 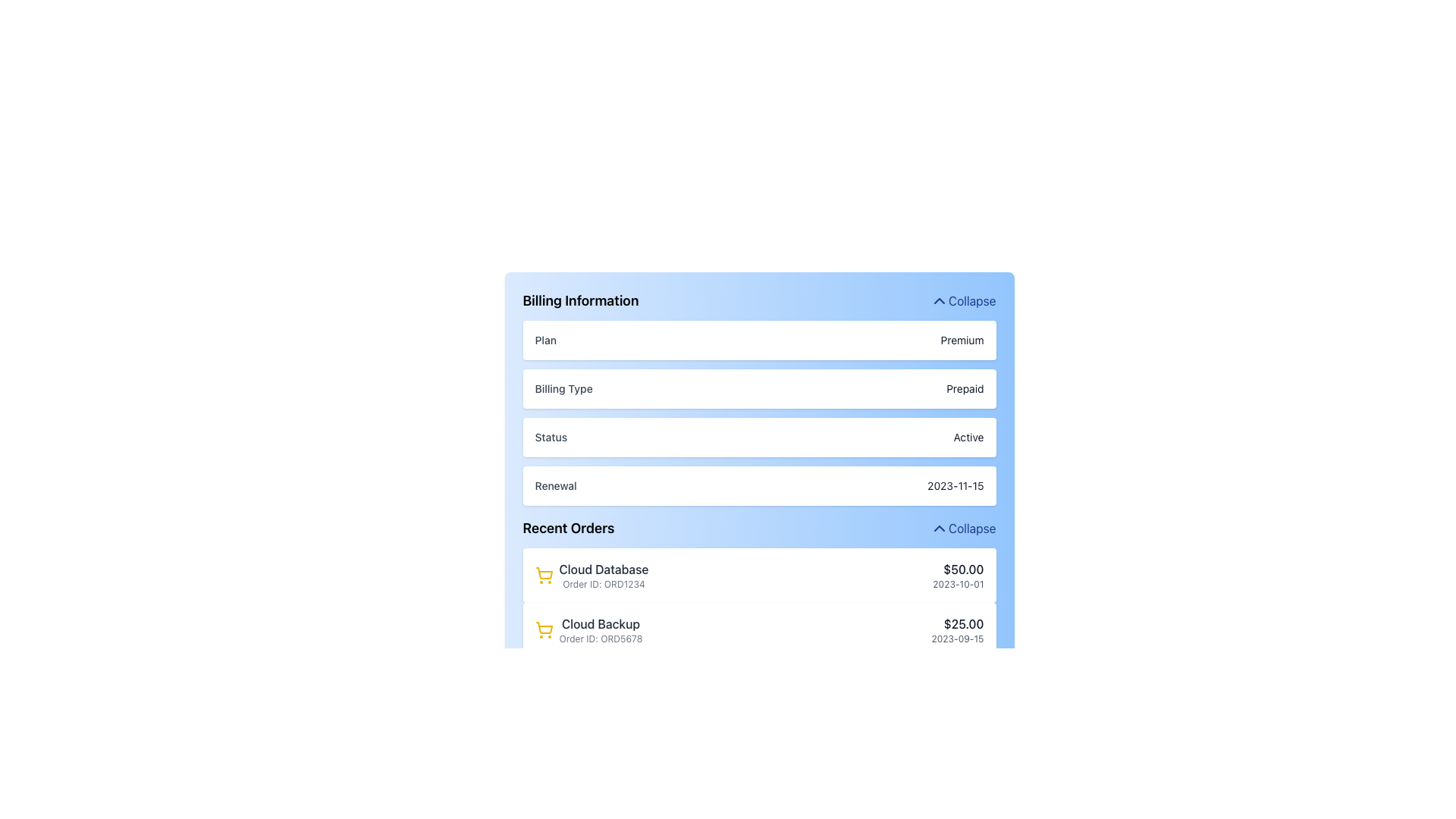 I want to click on the shopping cart icon located in the bottom section of the page under the 'Recent Orders' header, positioned next to the first order entry, so click(x=544, y=628).